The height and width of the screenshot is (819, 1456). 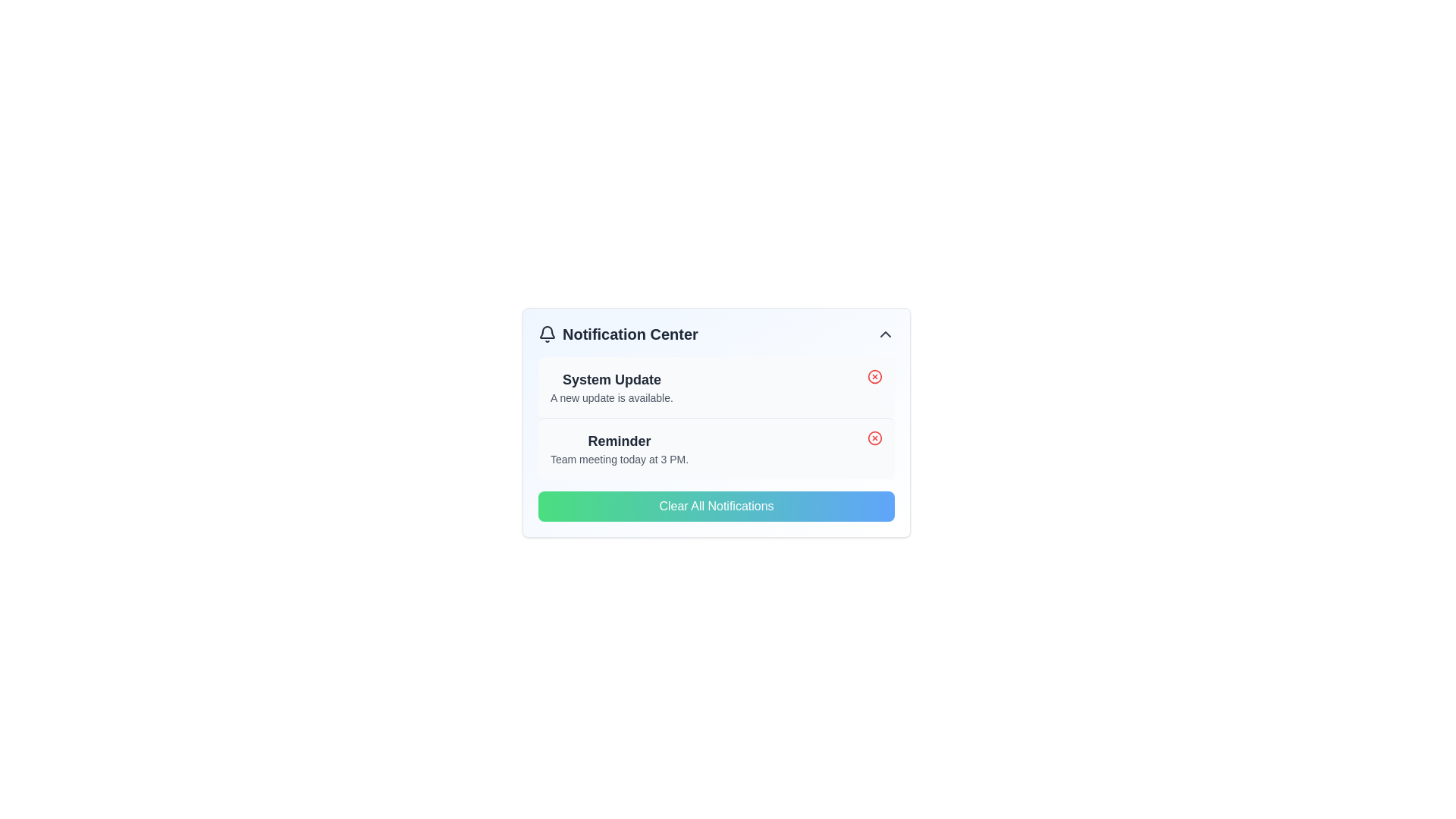 I want to click on the title 'System Update' from the heading styled text label positioned within the notification block under 'Notification Center', so click(x=611, y=379).